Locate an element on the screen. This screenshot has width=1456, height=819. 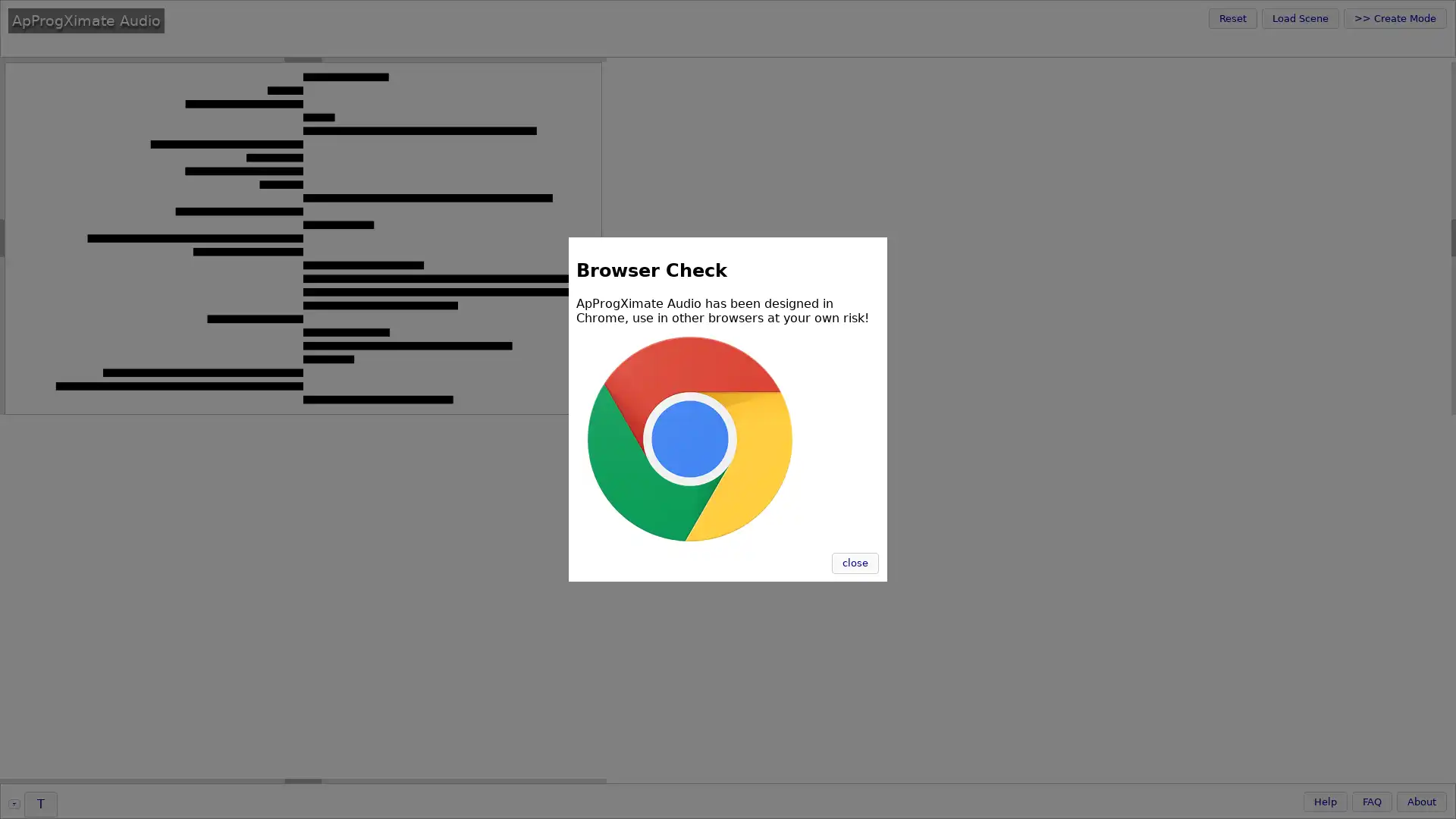
close is located at coordinates (855, 563).